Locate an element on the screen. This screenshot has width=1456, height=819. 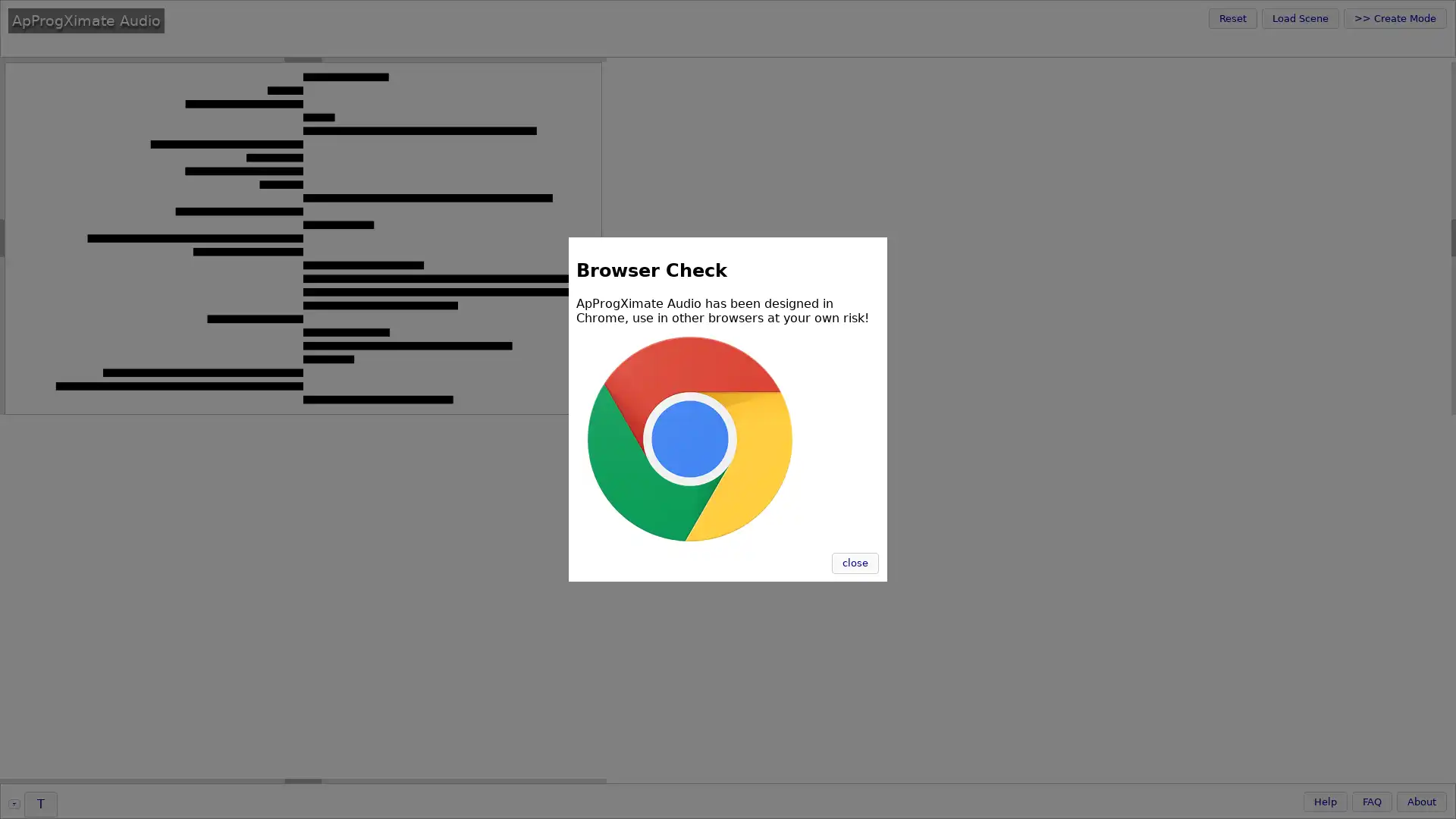
close is located at coordinates (855, 563).